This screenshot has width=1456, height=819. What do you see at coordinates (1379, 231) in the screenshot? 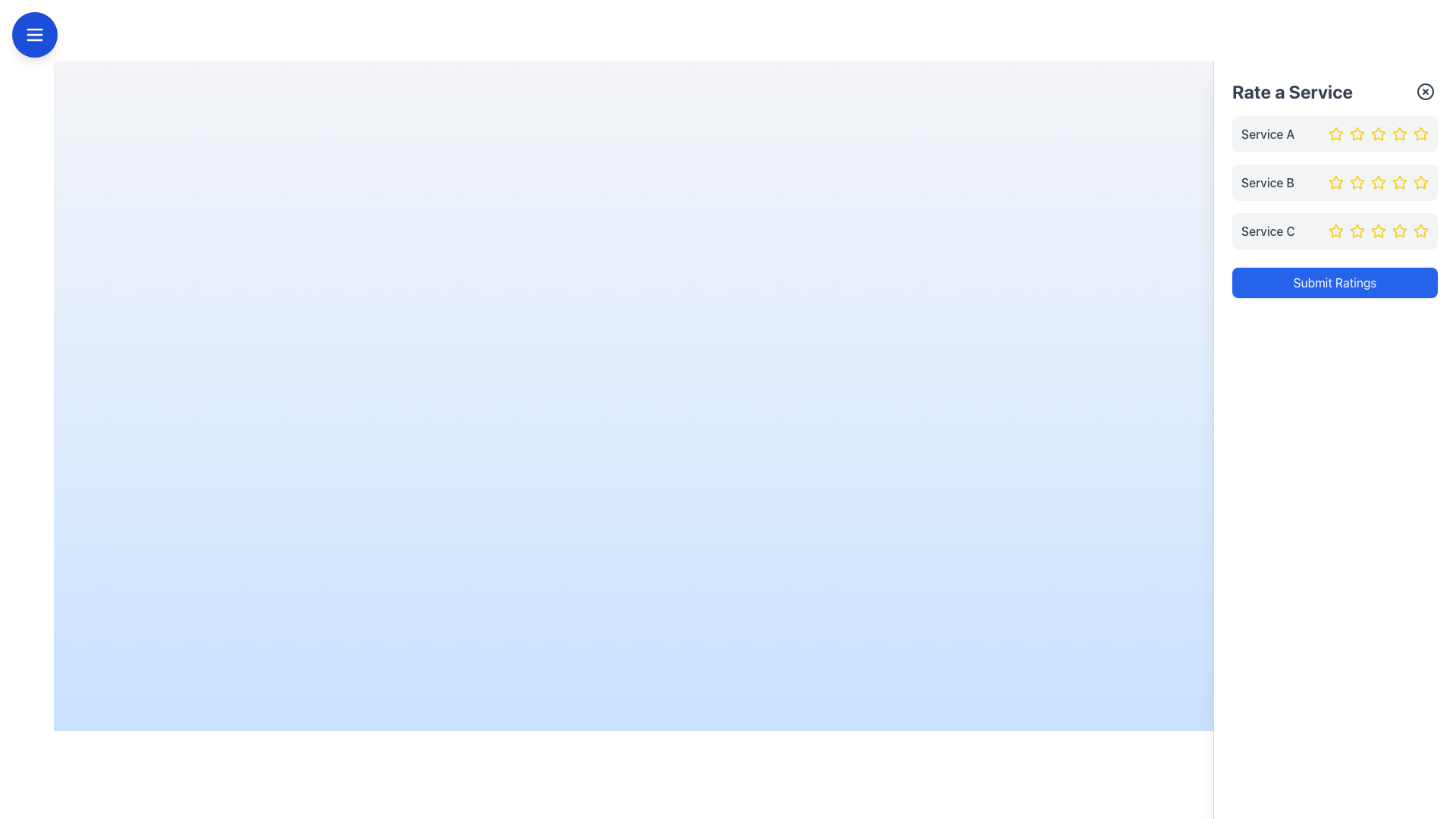
I see `the third star in the Service C rating component` at bounding box center [1379, 231].